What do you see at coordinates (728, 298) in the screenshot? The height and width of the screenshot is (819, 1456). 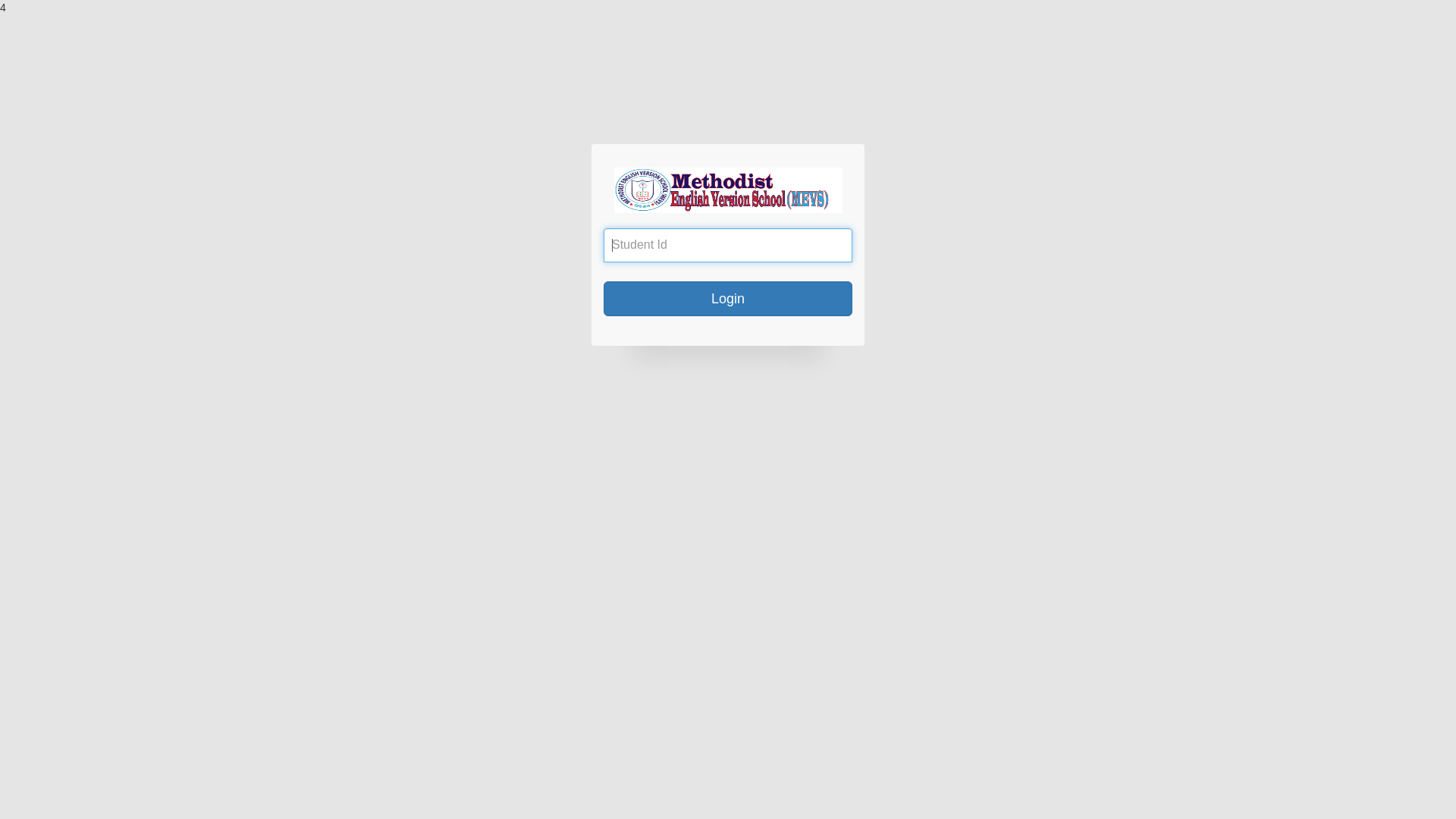 I see `'Login'` at bounding box center [728, 298].